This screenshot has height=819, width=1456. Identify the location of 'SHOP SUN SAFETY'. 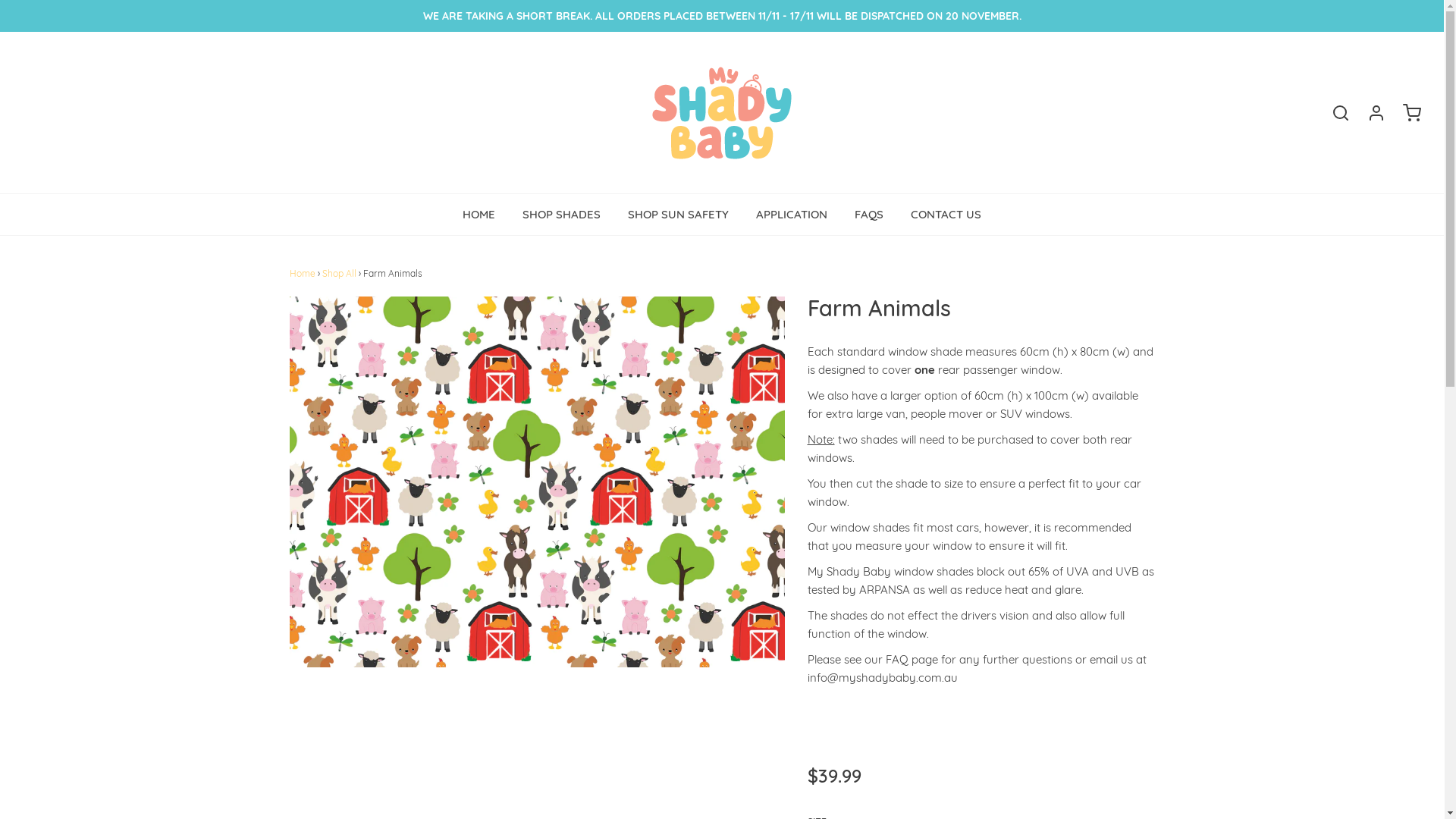
(677, 214).